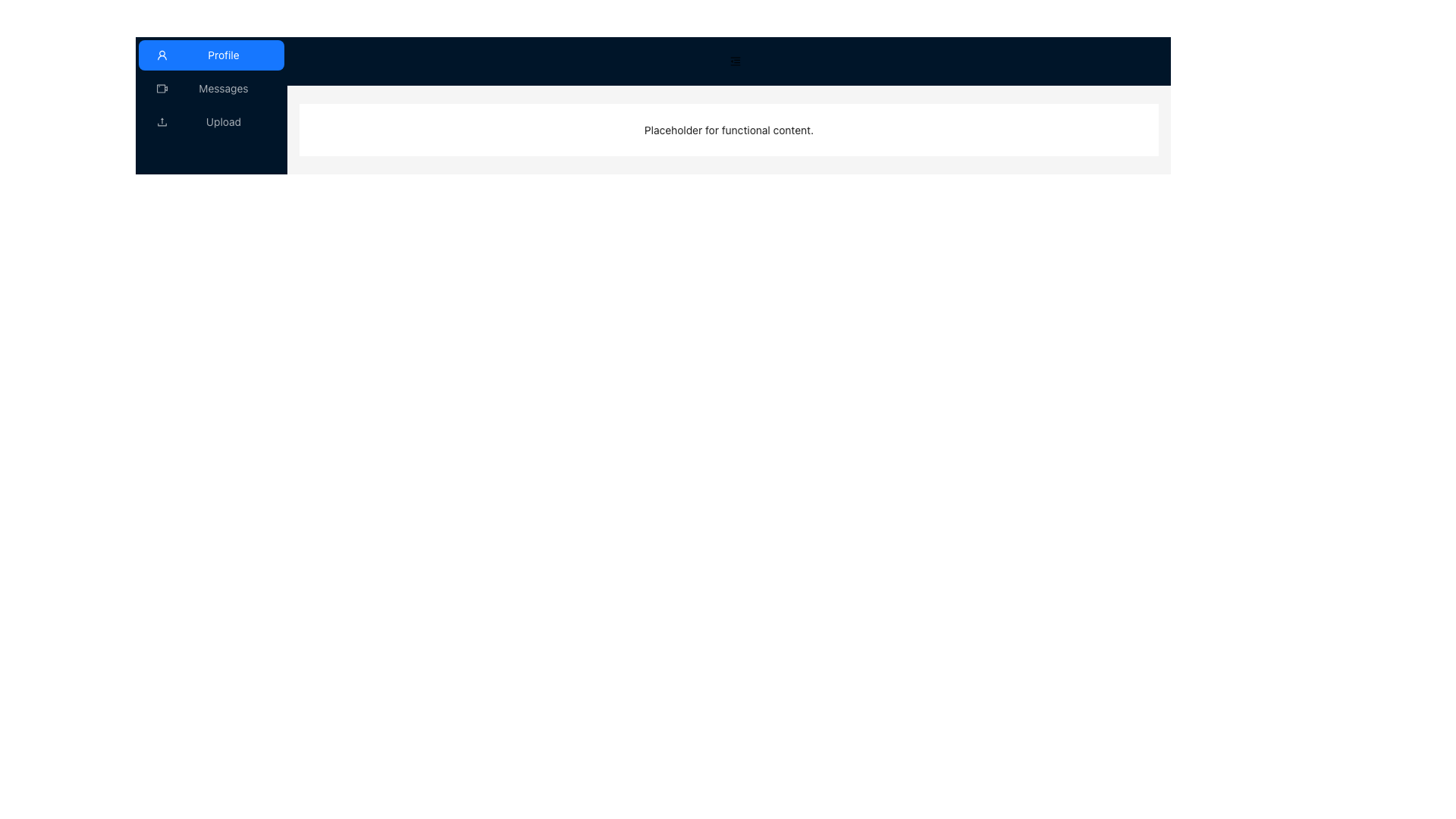 The image size is (1456, 819). I want to click on the upload icon, so click(162, 121).